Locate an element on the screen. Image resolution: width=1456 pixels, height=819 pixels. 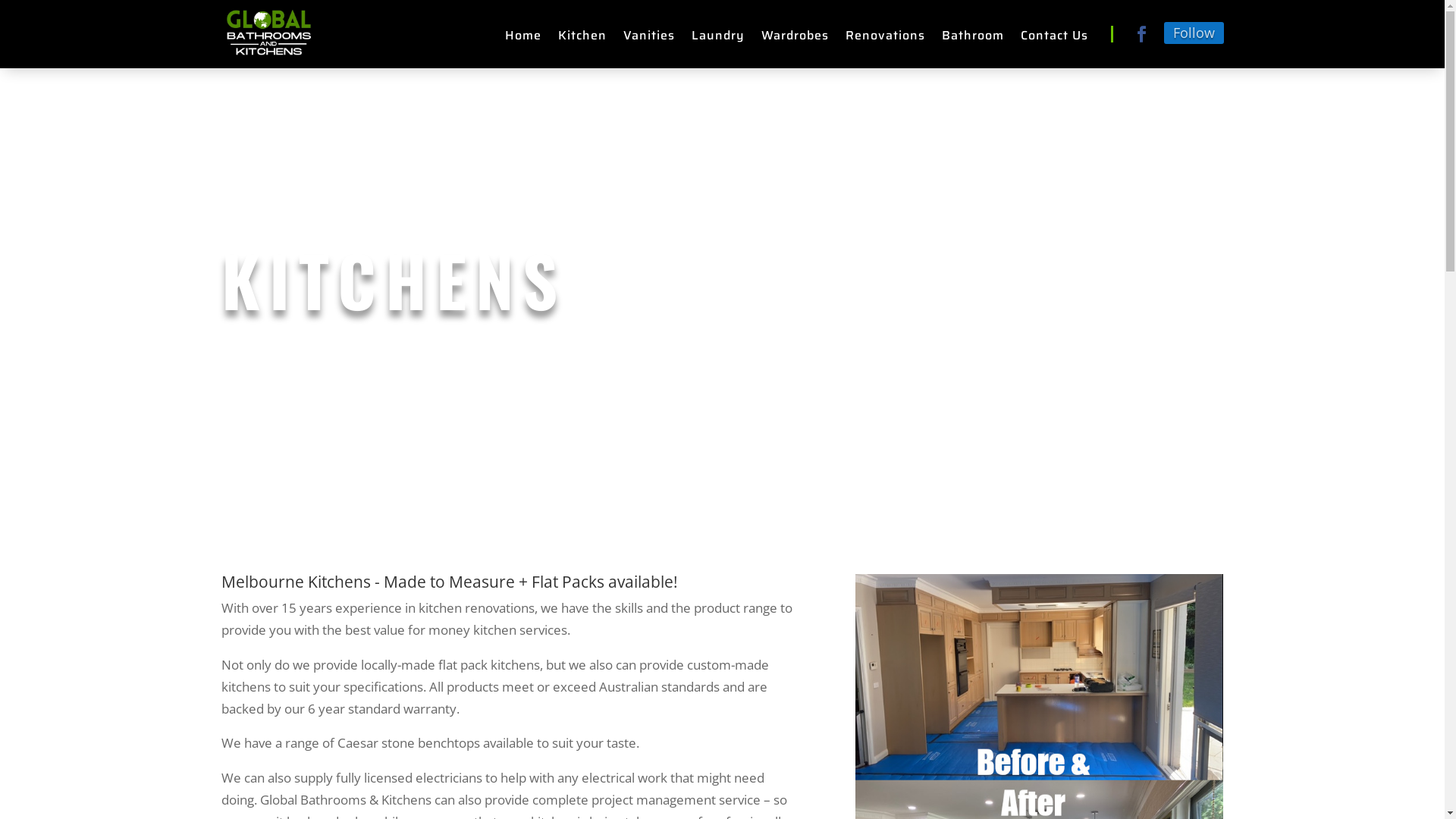
'Vanities' is located at coordinates (648, 37).